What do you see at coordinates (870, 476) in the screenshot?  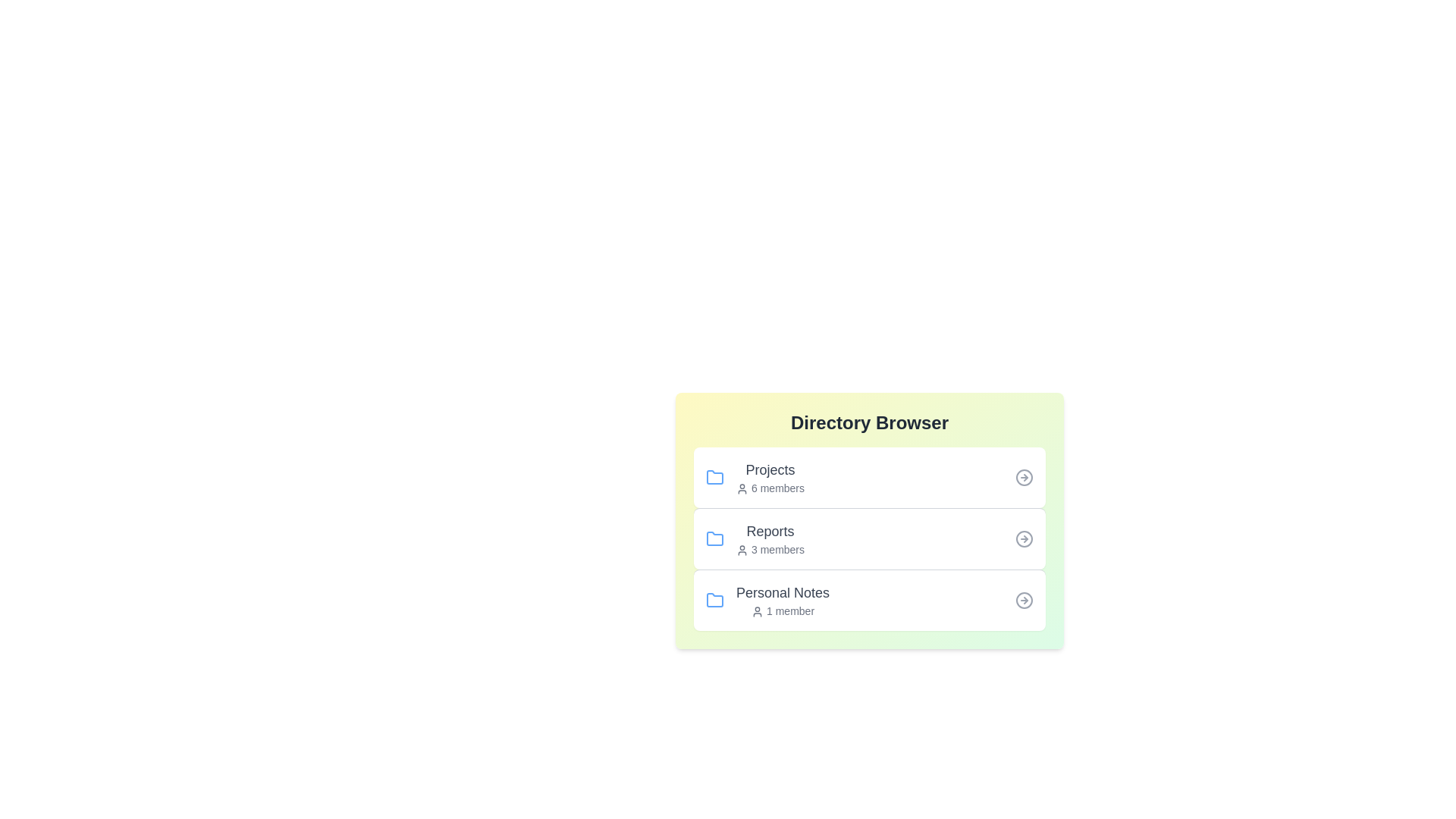 I see `the list item corresponding to Projects` at bounding box center [870, 476].